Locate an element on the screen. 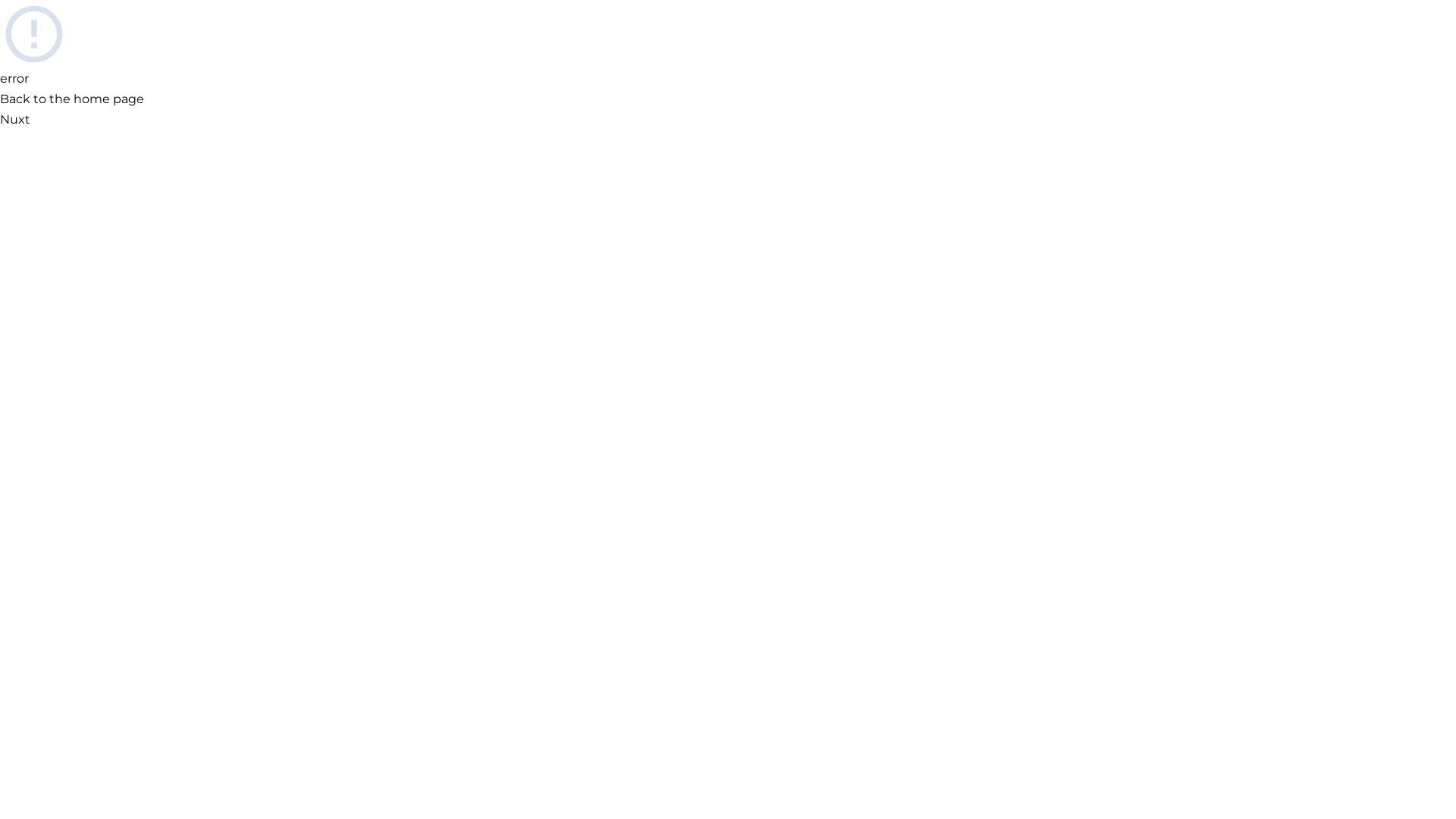 Image resolution: width=1456 pixels, height=819 pixels. 'Back to the home page' is located at coordinates (71, 99).